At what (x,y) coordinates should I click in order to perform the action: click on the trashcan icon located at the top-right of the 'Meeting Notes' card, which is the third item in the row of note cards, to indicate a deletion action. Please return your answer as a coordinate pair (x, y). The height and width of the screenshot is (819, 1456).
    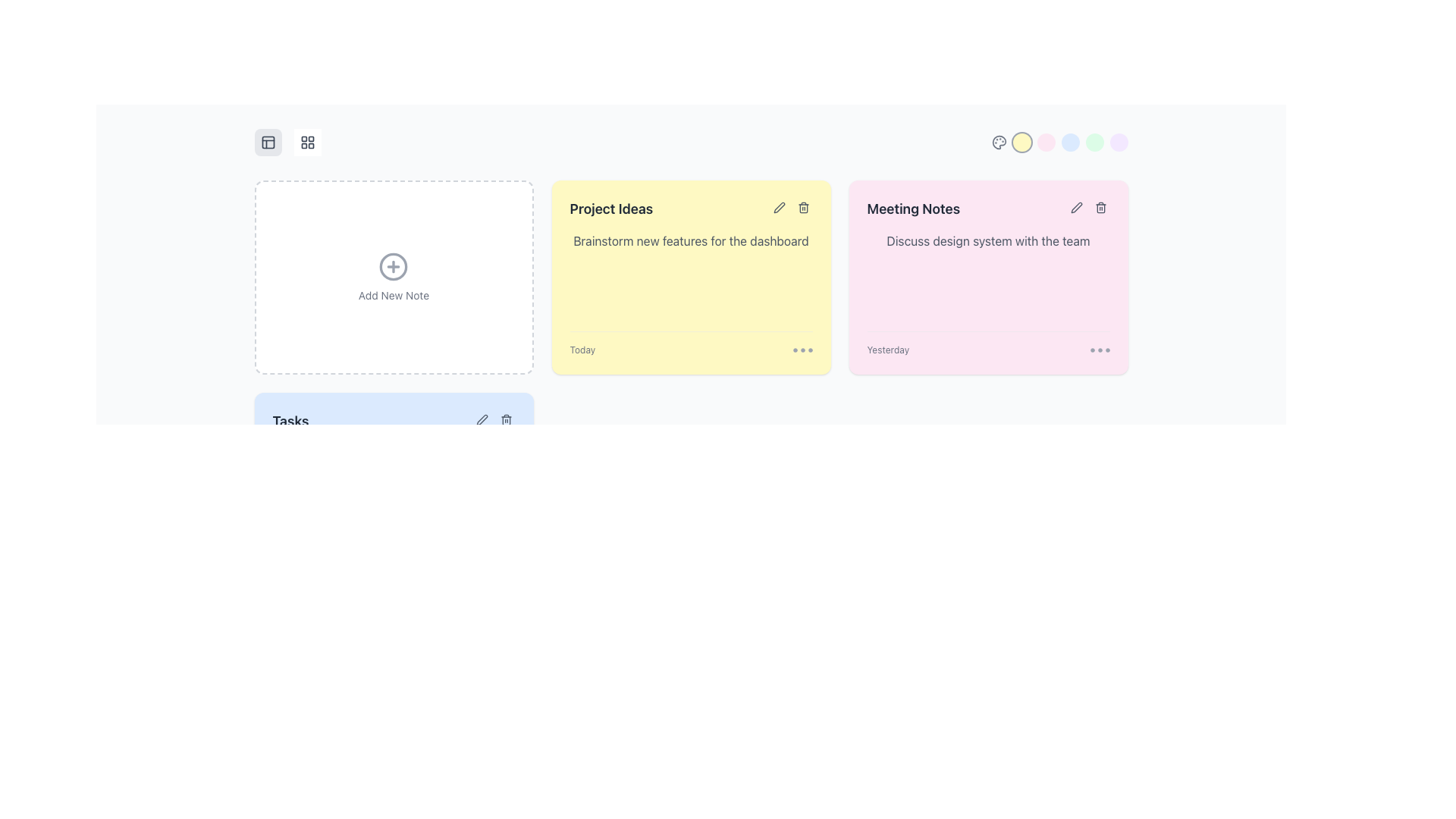
    Looking at the image, I should click on (1100, 209).